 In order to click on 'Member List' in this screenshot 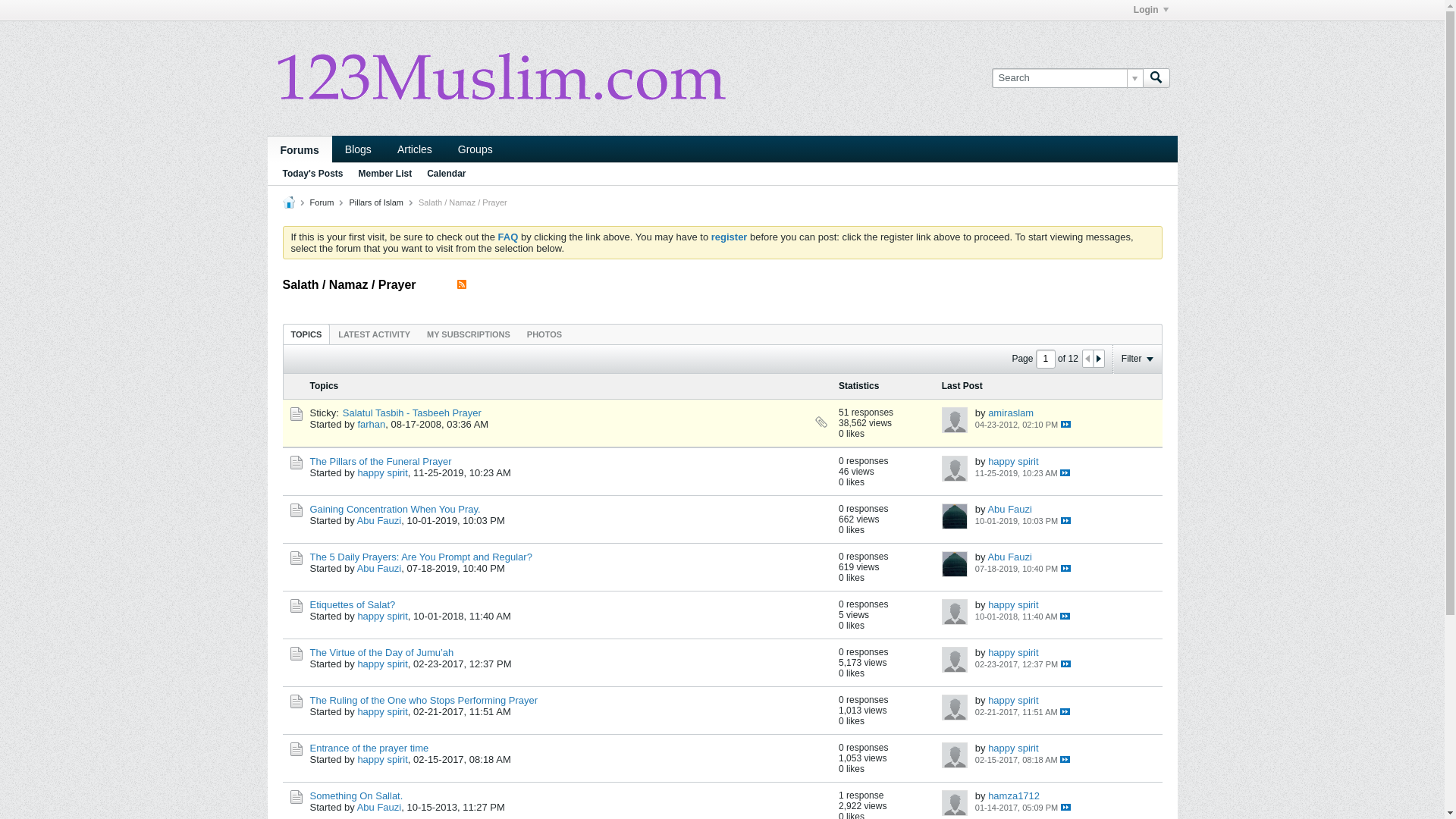, I will do `click(384, 173)`.